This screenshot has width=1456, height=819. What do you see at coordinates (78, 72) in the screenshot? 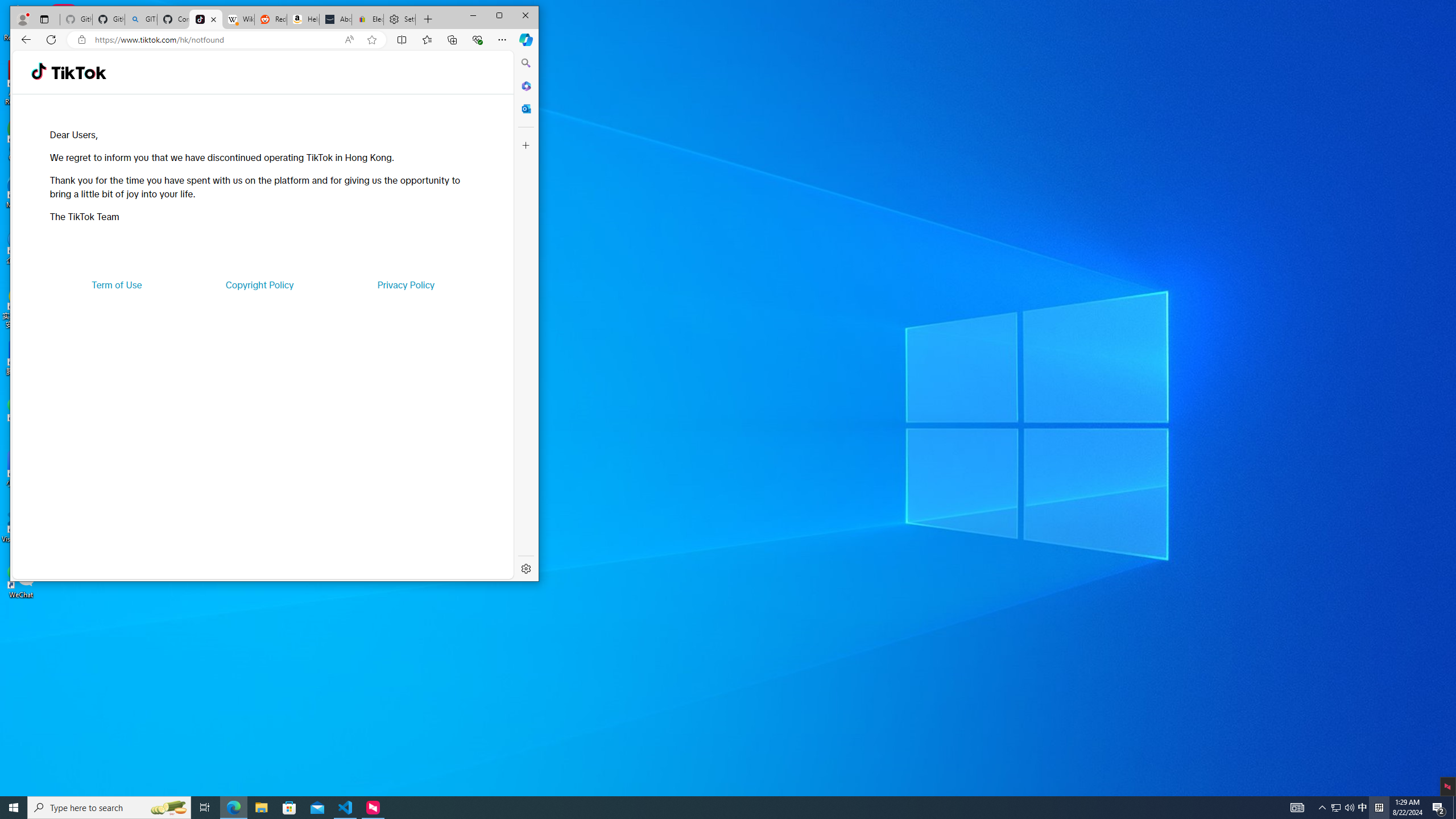
I see `'TikTok'` at bounding box center [78, 72].